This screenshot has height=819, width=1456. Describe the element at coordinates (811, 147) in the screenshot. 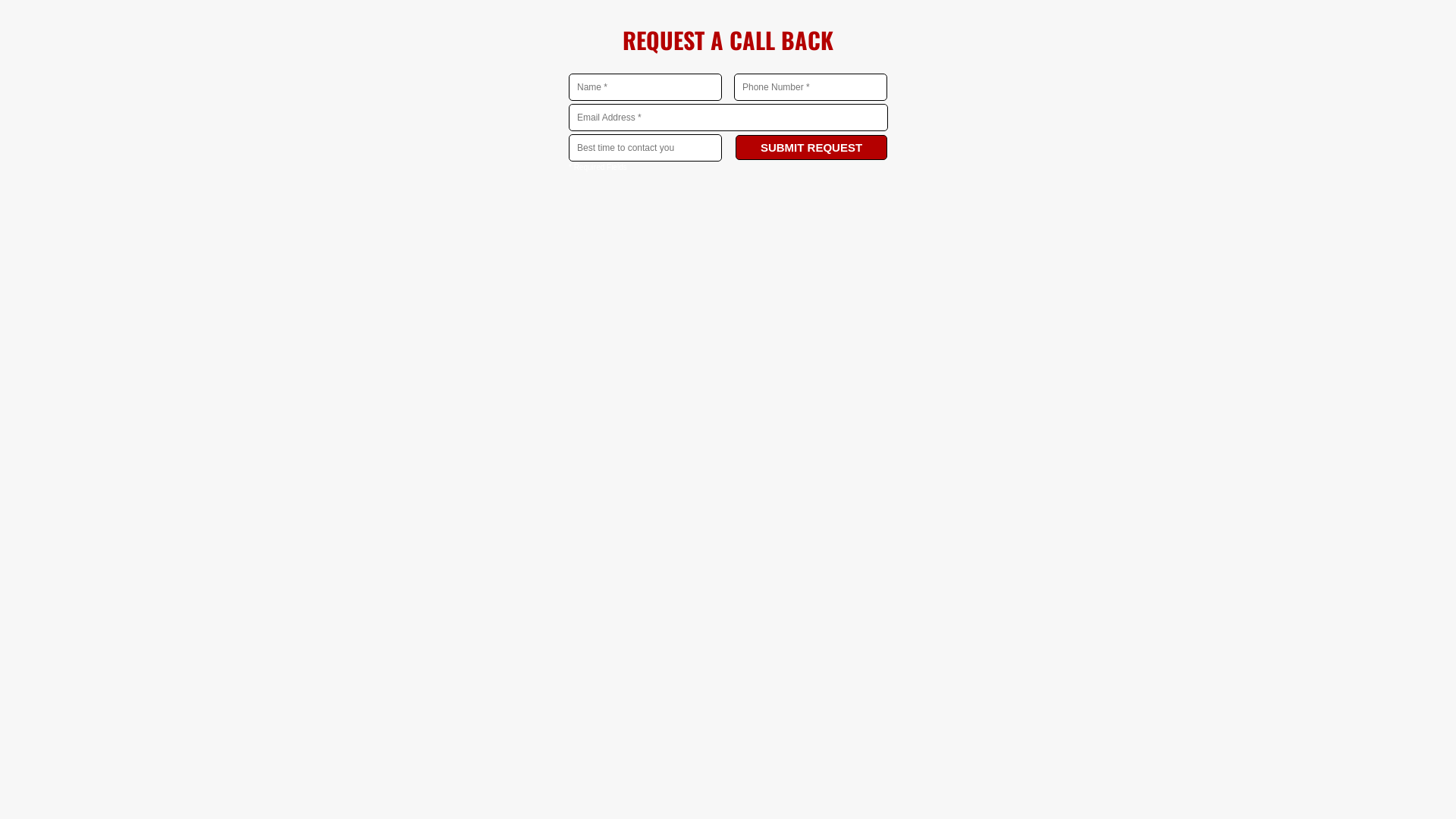

I see `'Submit Request'` at that location.